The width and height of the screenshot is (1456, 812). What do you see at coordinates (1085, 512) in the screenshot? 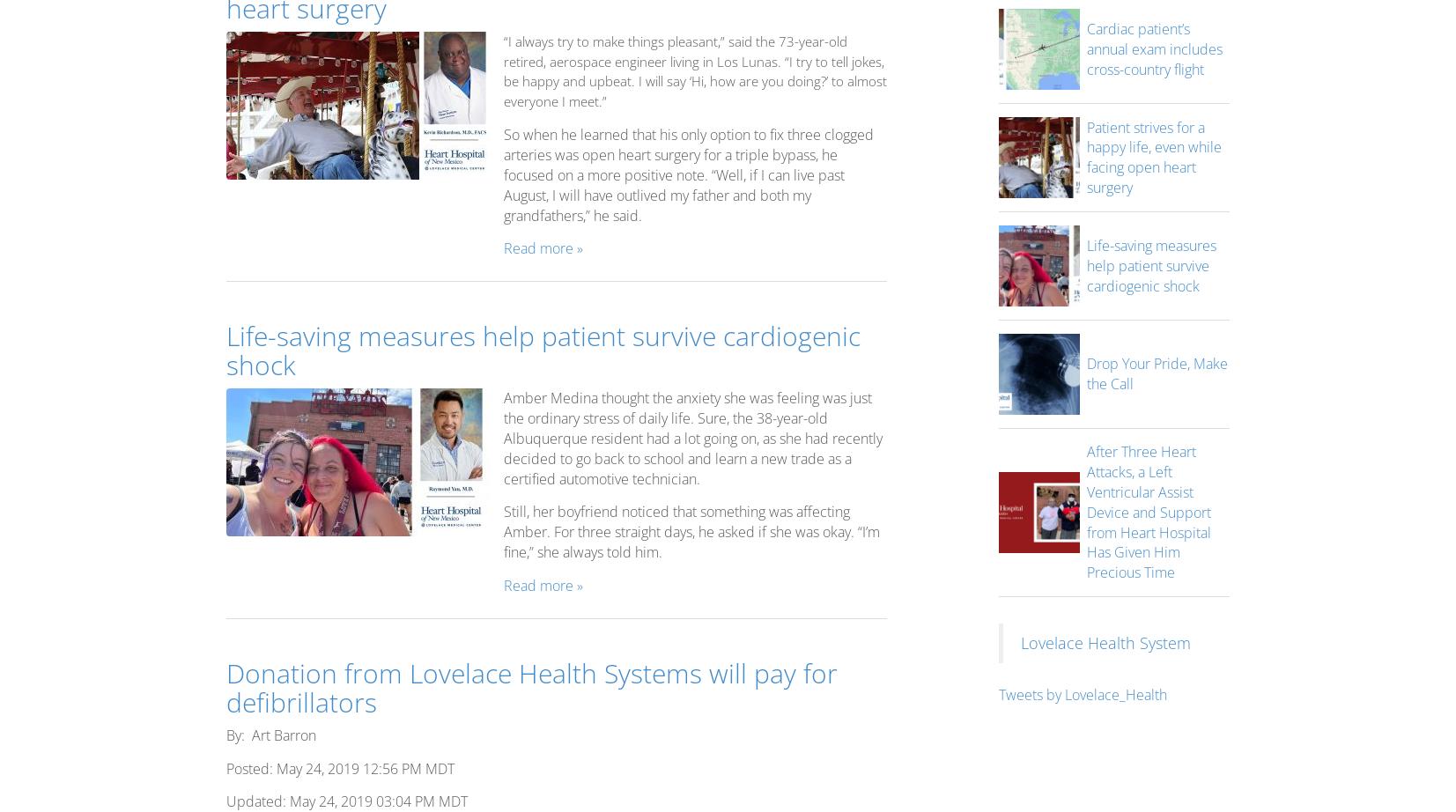
I see `'After Three Heart Attacks, a Left Ventricular Assist Device and Support from Heart Hospital Has Given Him Precious Time'` at bounding box center [1085, 512].